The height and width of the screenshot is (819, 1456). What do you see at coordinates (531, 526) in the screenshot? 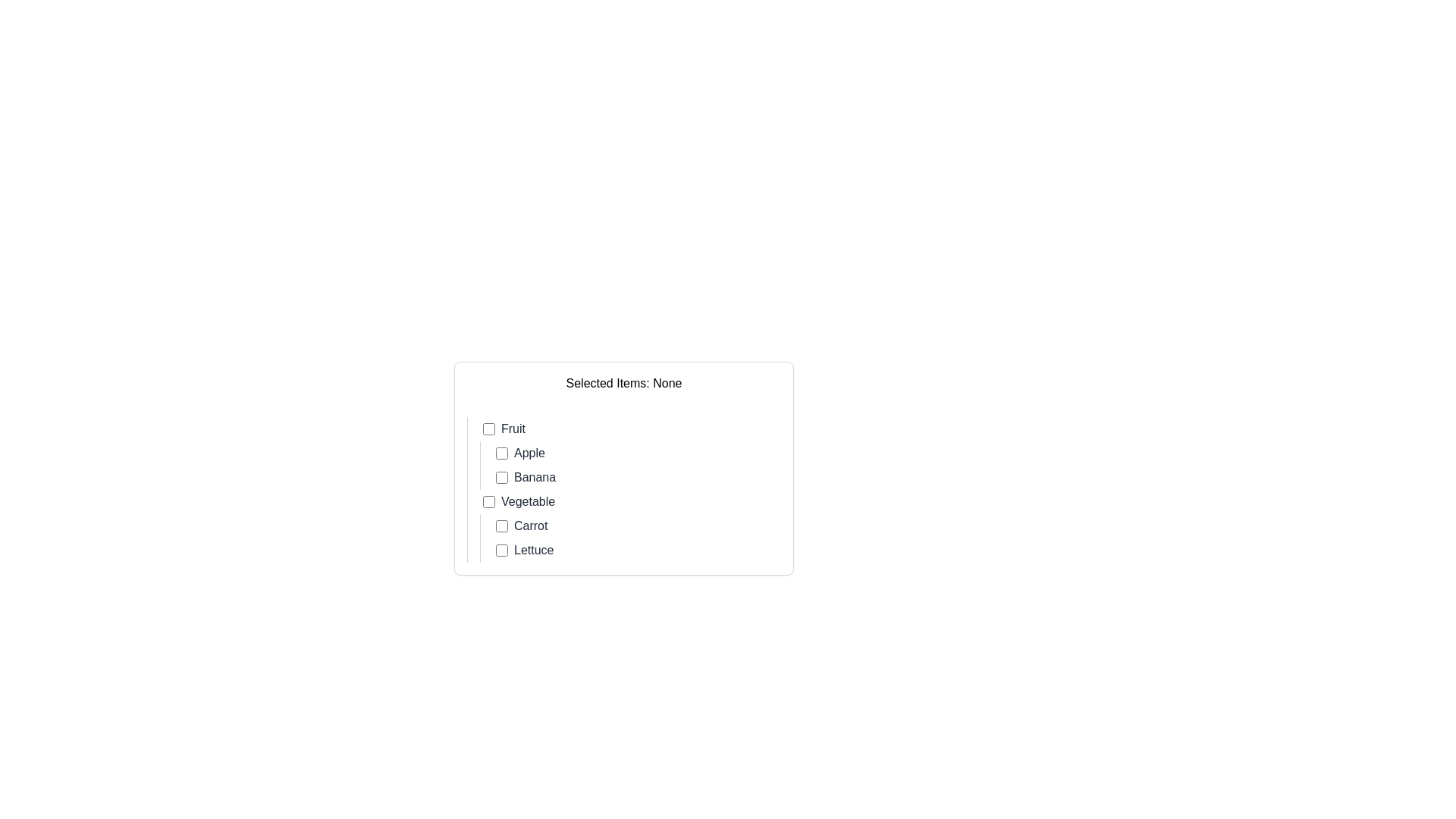
I see `the text label that describes the item 'Carrot', which is located under the 'Vegetable' category and is associated with a checkbox` at bounding box center [531, 526].